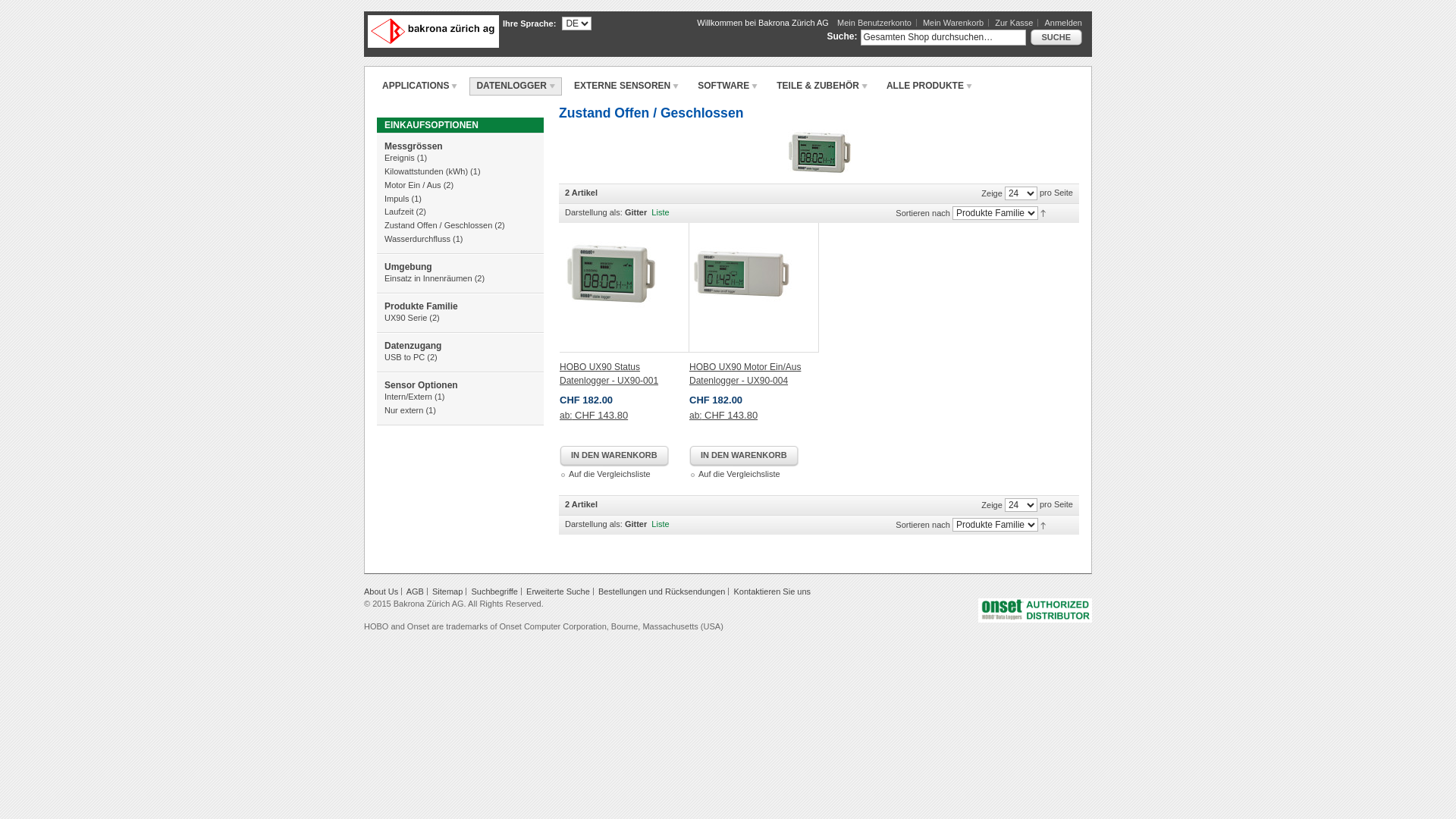 Image resolution: width=1456 pixels, height=819 pixels. I want to click on 'Auf die Vergleichsliste', so click(739, 472).